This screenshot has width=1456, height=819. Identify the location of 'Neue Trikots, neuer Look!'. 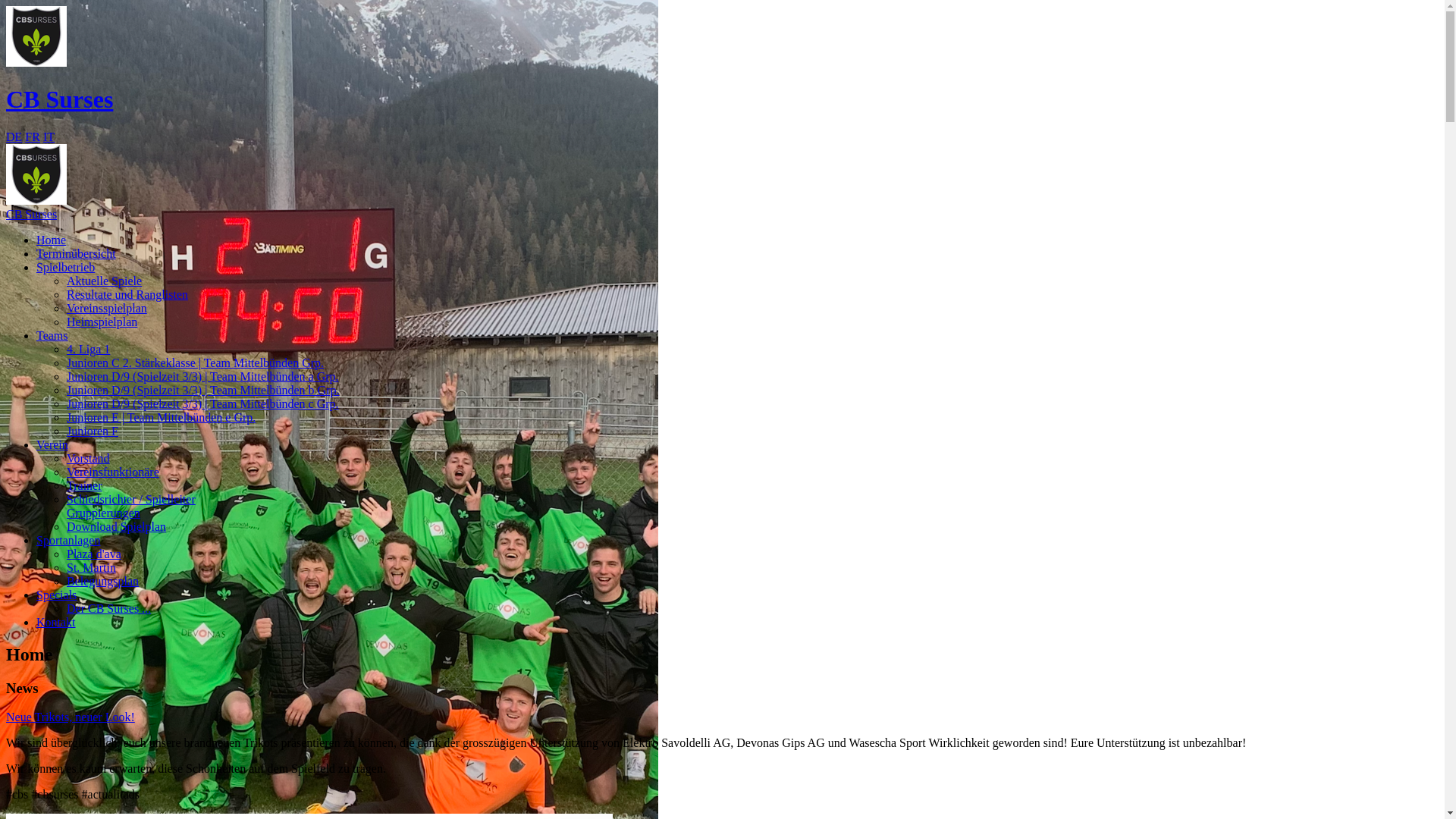
(69, 717).